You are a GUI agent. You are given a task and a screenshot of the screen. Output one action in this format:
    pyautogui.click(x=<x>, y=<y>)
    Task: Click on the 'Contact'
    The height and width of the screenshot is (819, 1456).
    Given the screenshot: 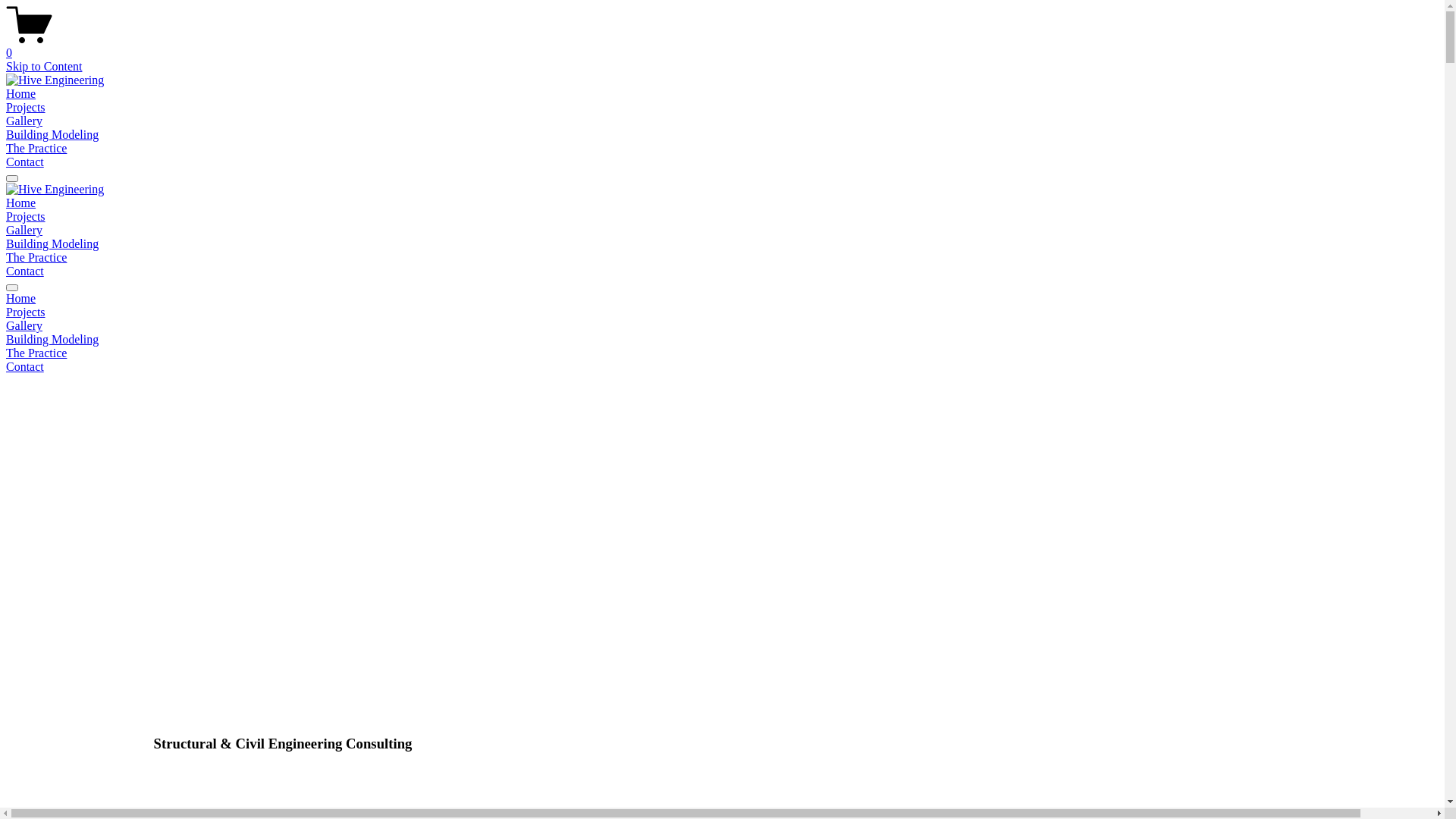 What is the action you would take?
    pyautogui.click(x=6, y=162)
    